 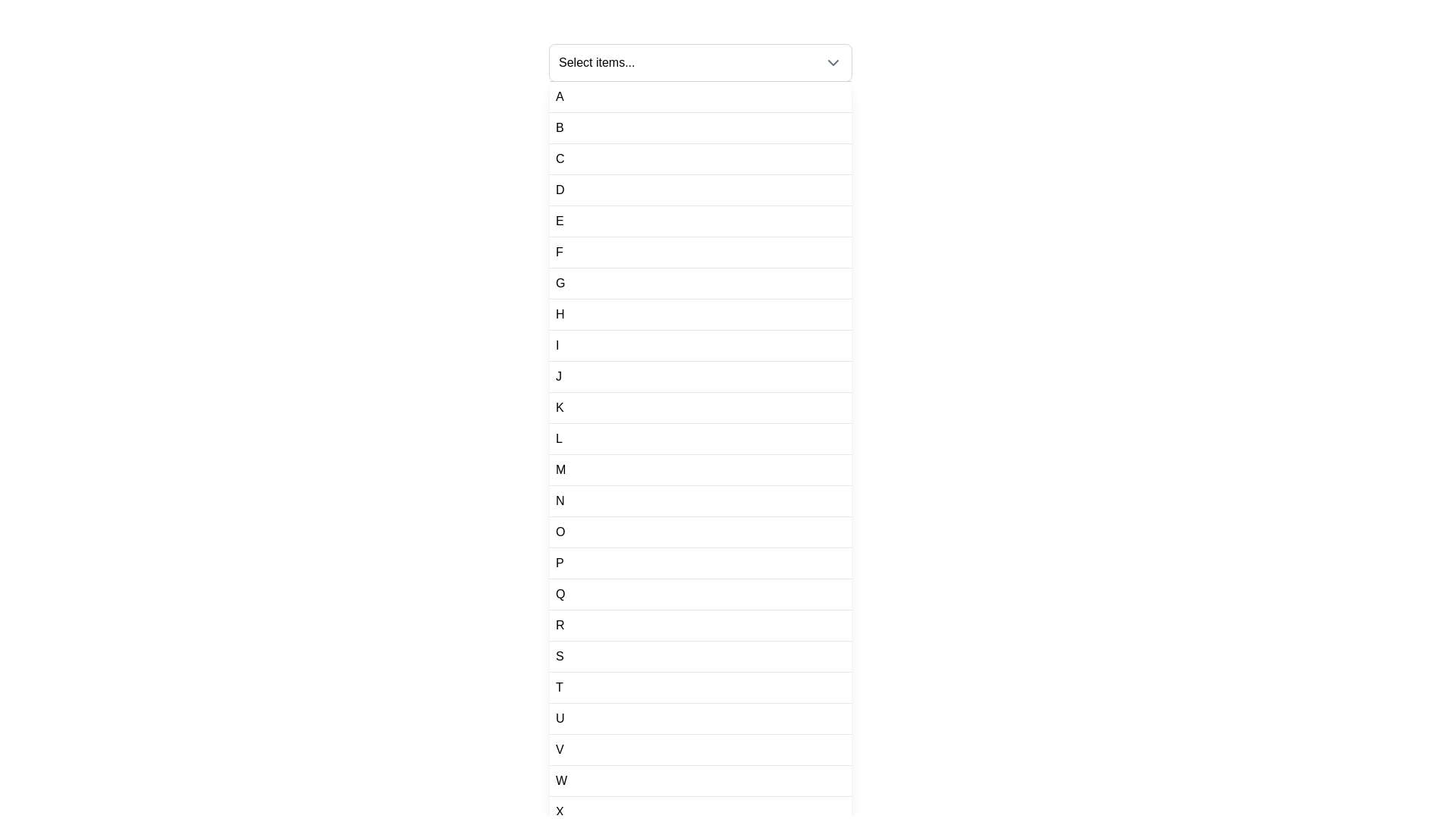 I want to click on the 'M' text label element located in the vertical list of alphabetic characters, so click(x=560, y=469).